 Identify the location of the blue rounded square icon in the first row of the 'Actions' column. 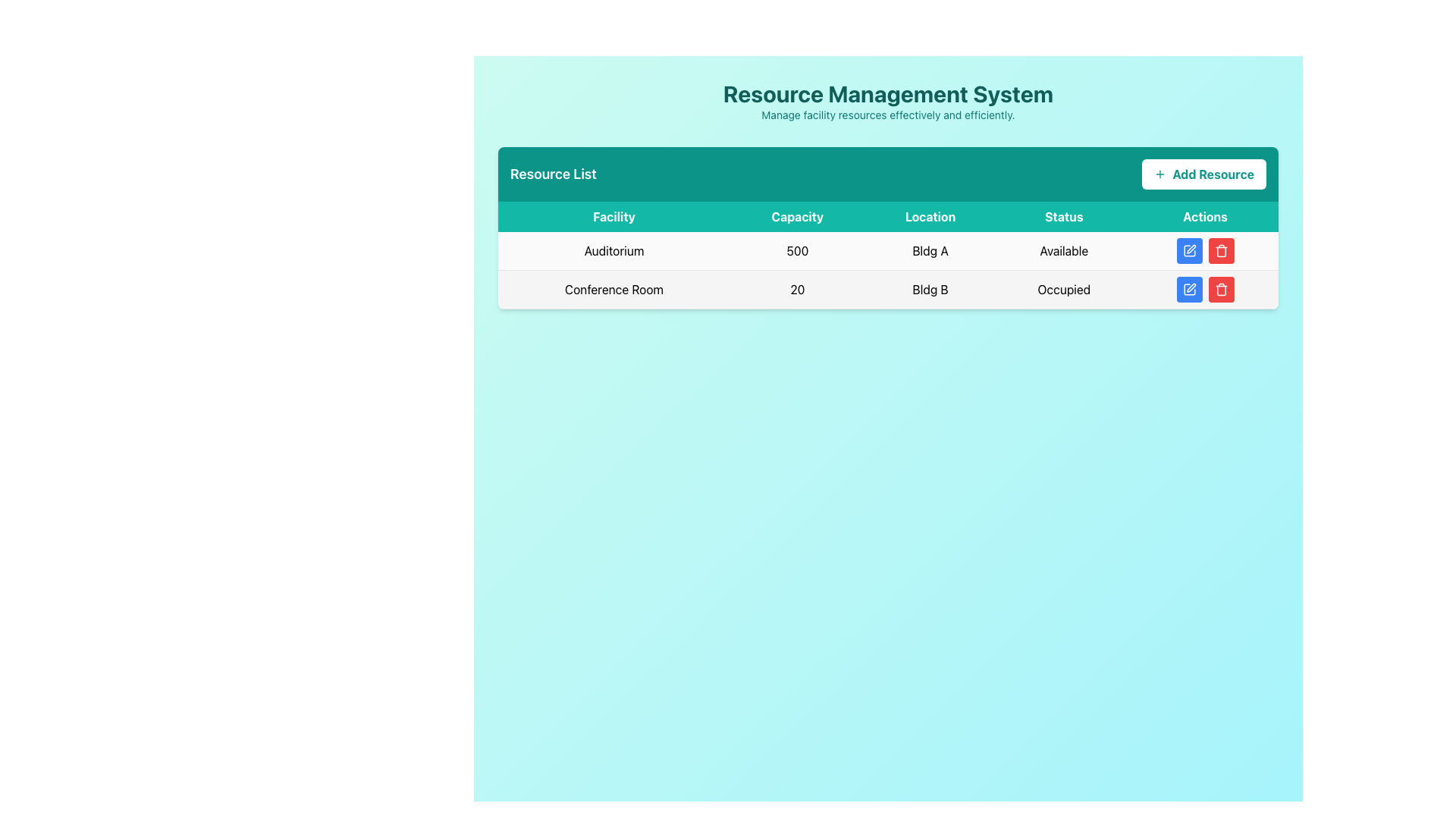
(1188, 250).